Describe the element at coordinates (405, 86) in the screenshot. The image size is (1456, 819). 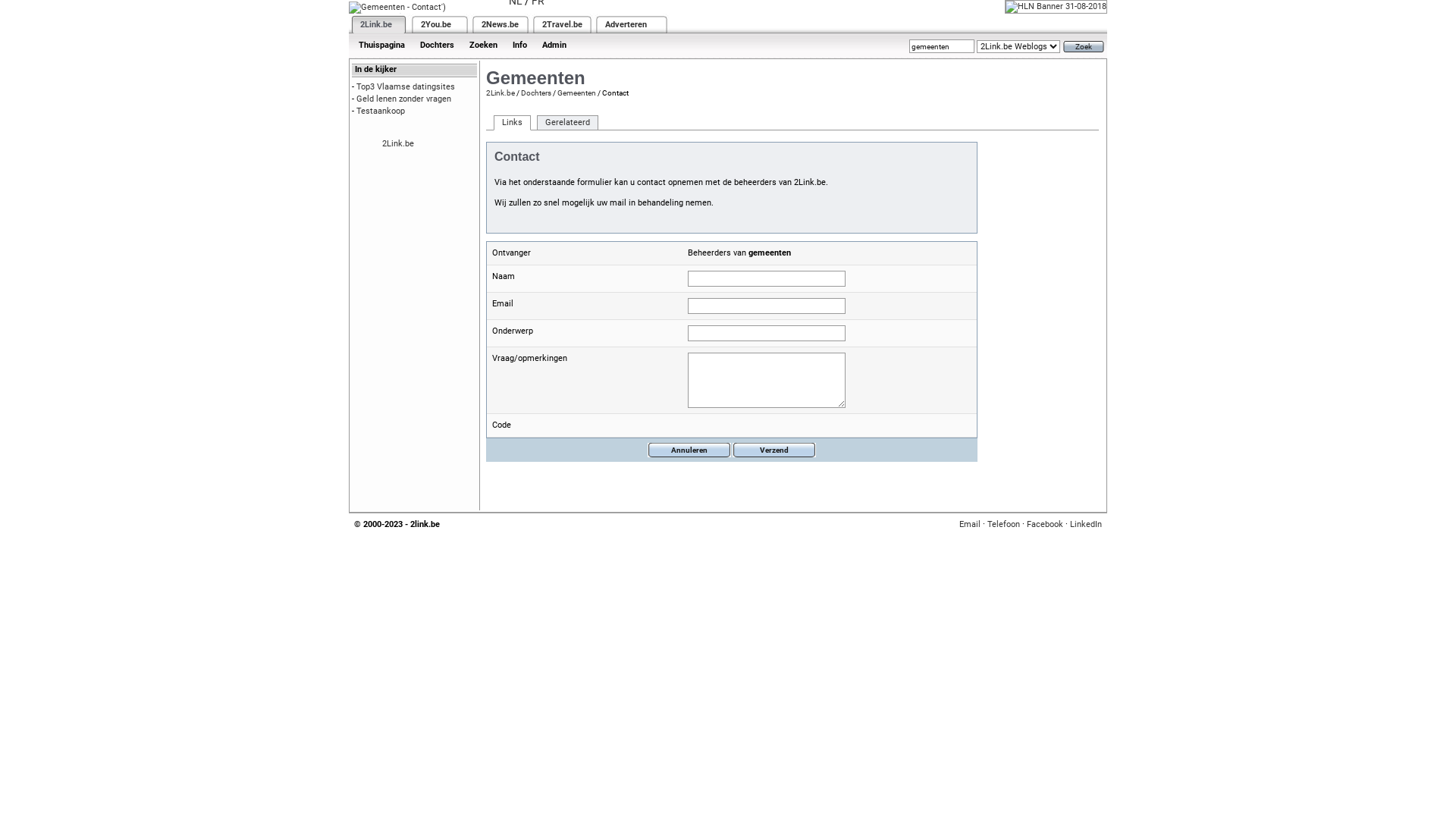
I see `'Top3 Vlaamse datingsites'` at that location.